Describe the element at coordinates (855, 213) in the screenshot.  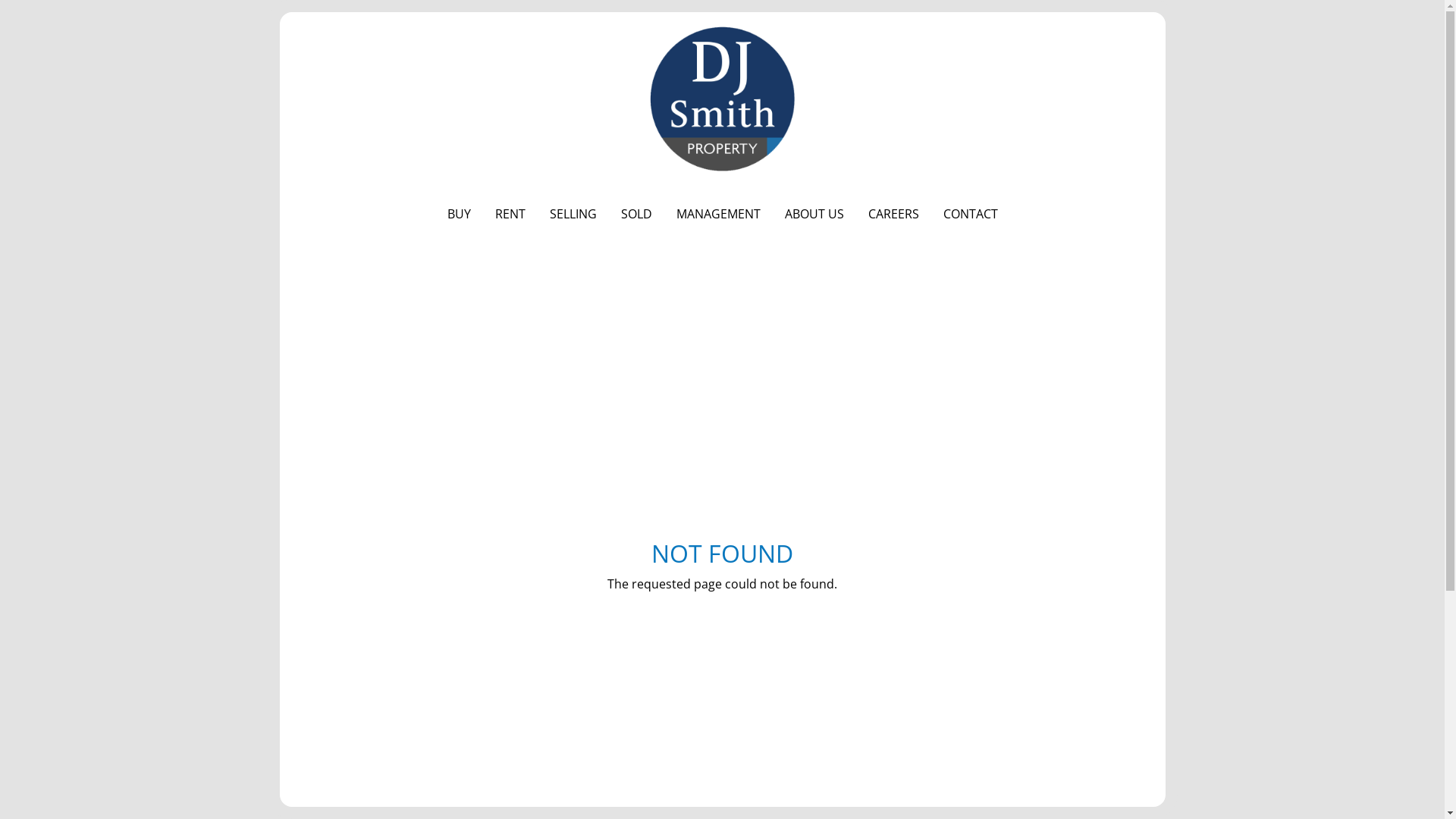
I see `'CAREERS'` at that location.